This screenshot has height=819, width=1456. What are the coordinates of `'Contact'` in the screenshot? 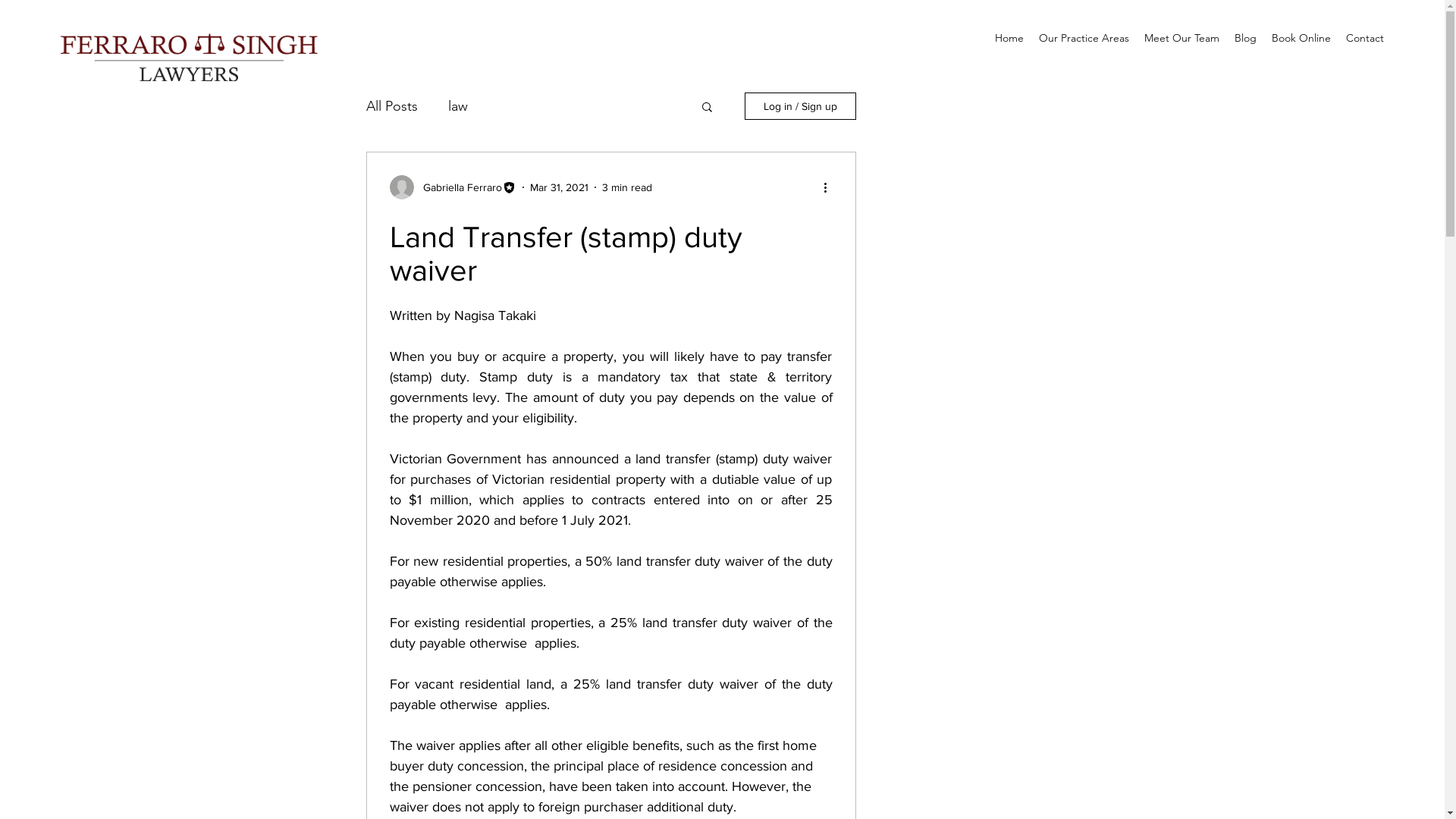 It's located at (1365, 37).